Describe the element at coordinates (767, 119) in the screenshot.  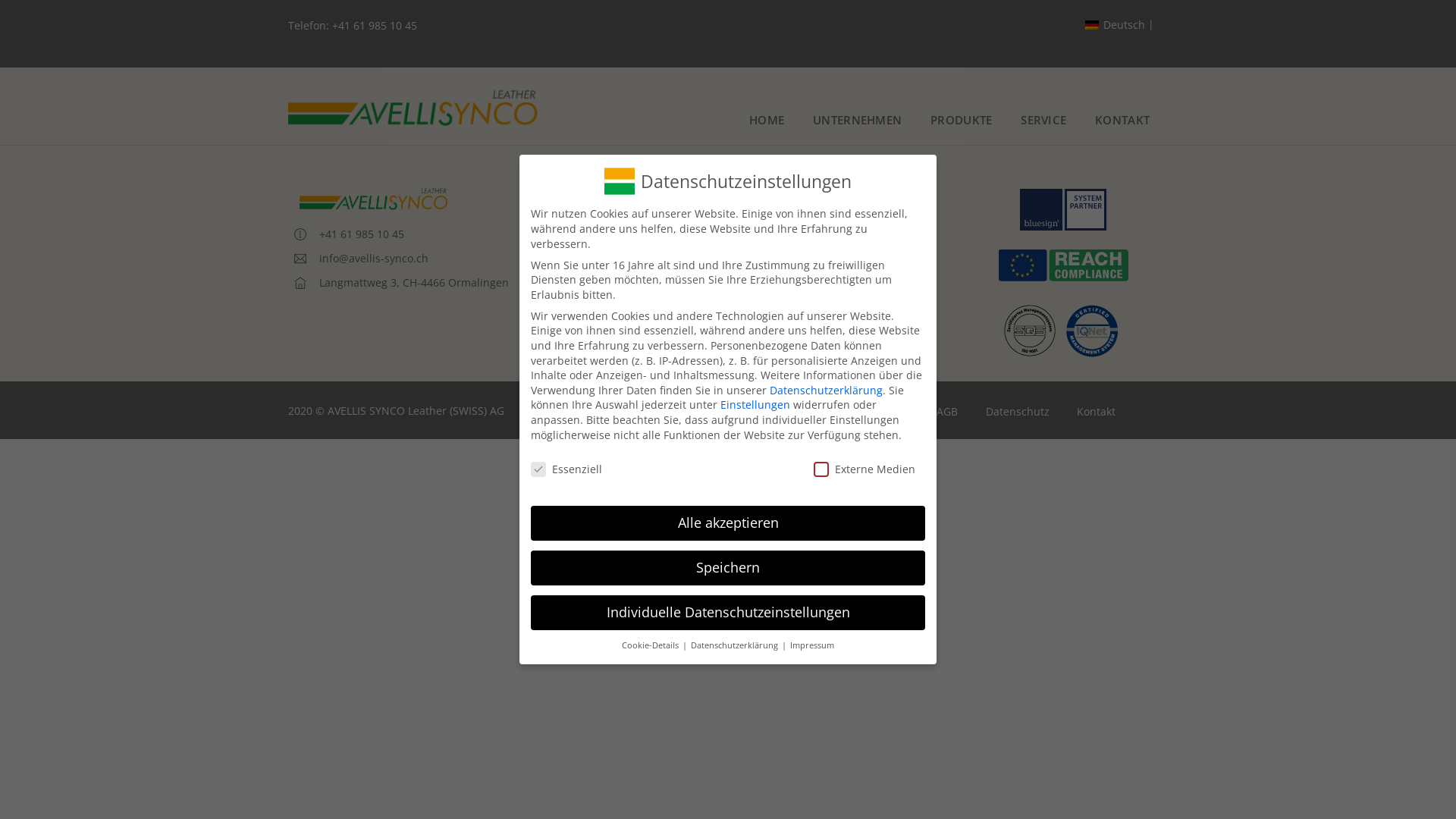
I see `'HOME'` at that location.